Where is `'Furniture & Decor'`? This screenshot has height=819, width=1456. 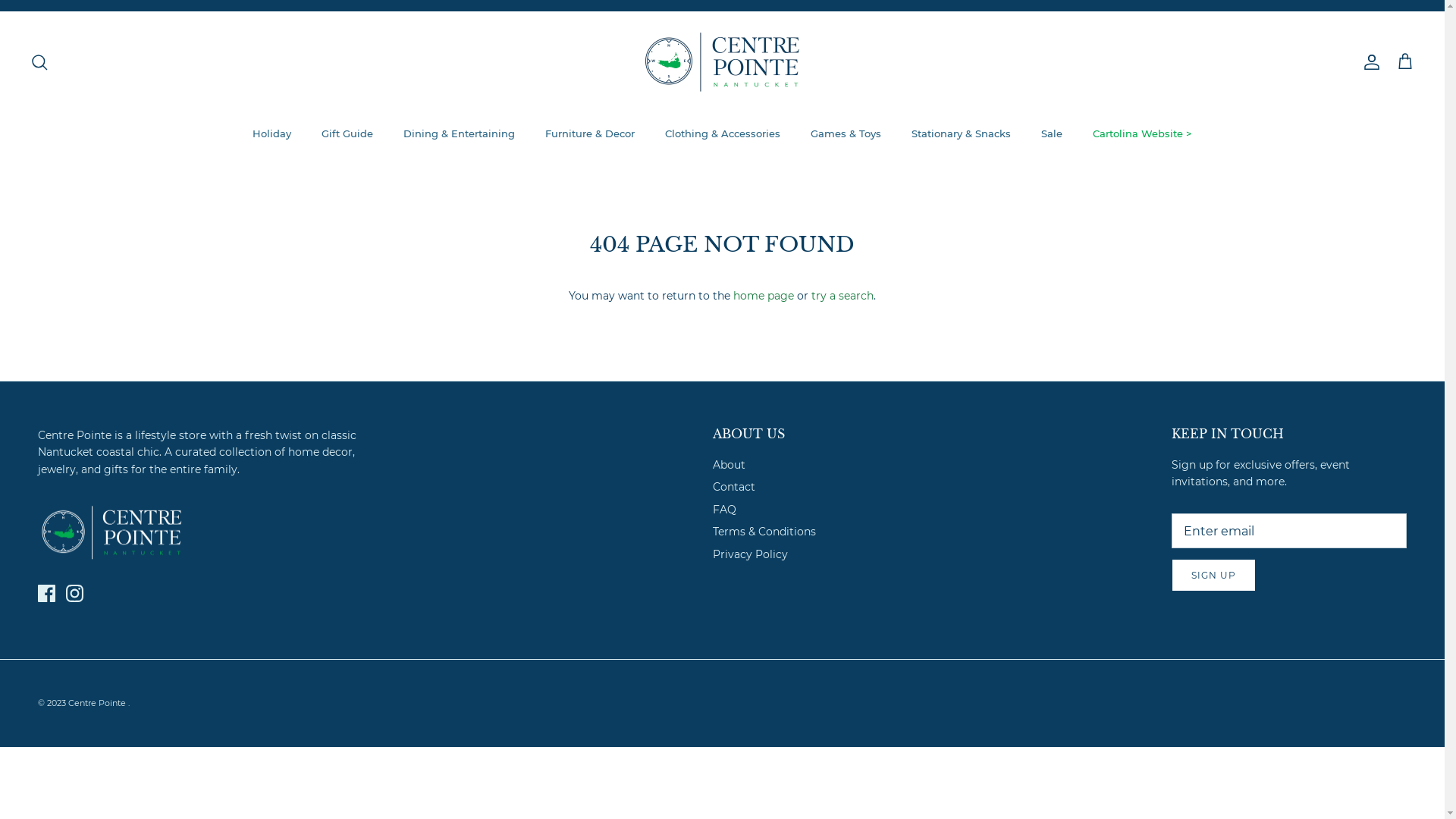 'Furniture & Decor' is located at coordinates (588, 133).